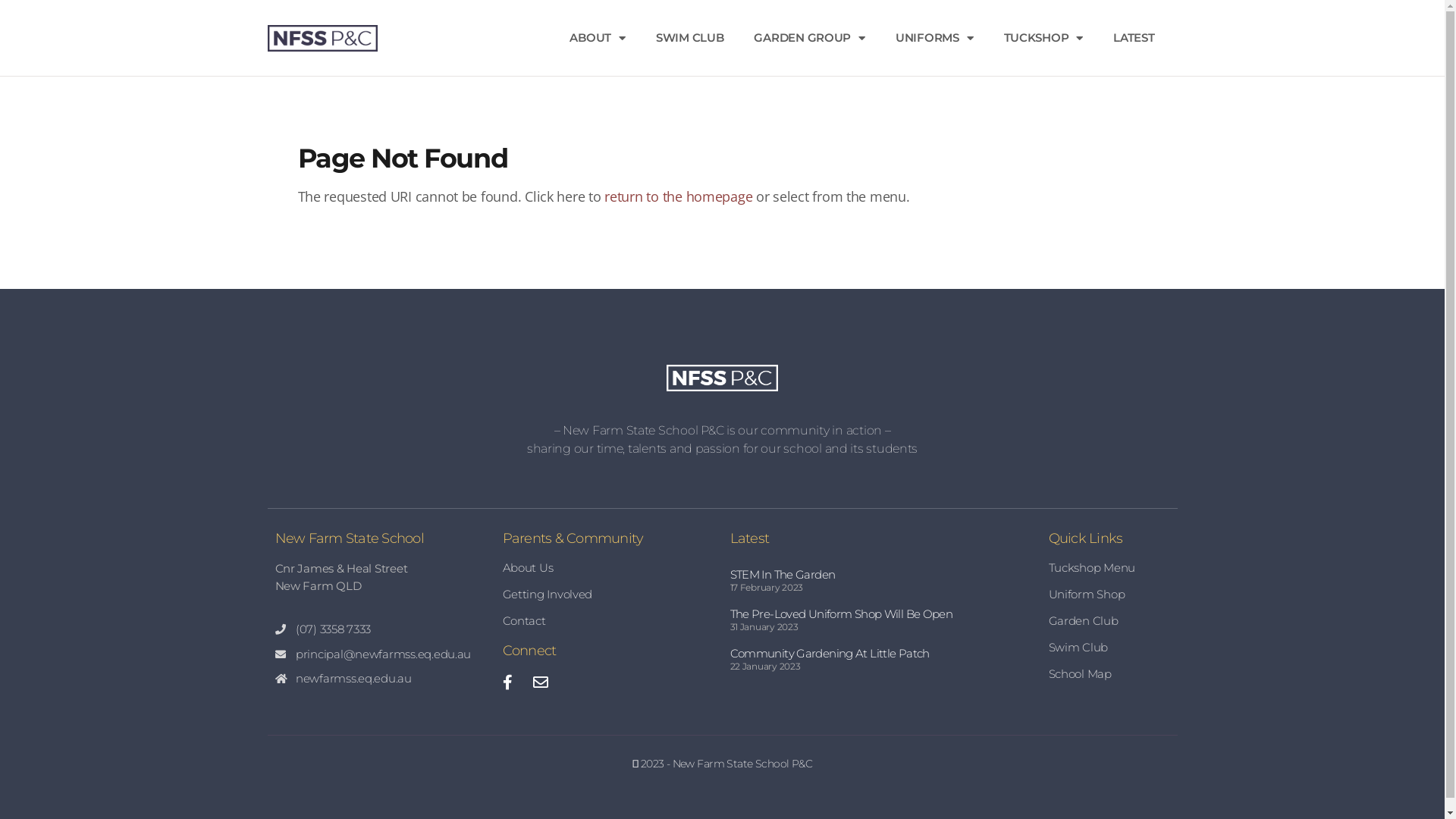  What do you see at coordinates (808, 37) in the screenshot?
I see `'GARDEN GROUP'` at bounding box center [808, 37].